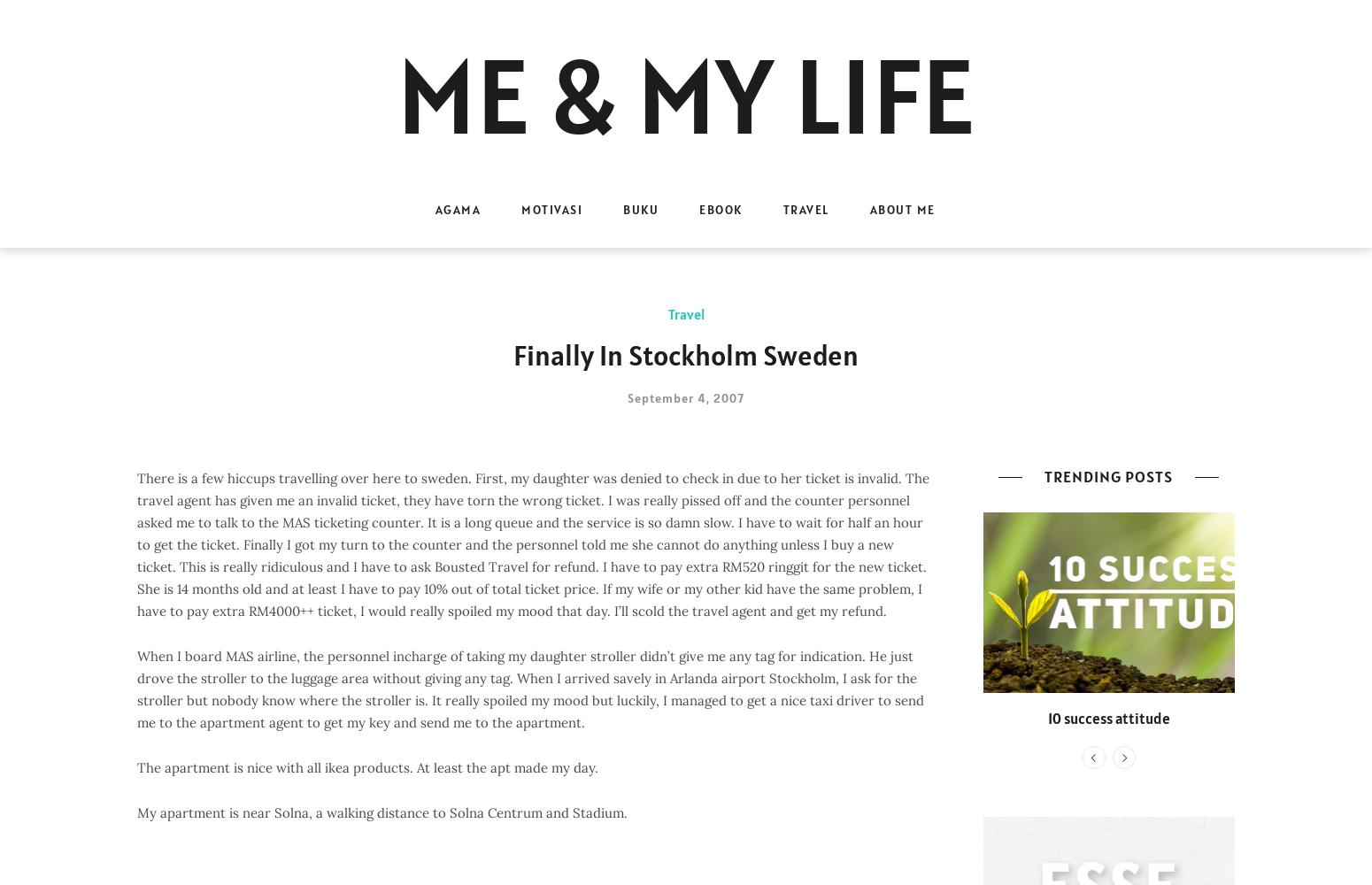 The image size is (1372, 885). I want to click on 'The apartment is nice with all ikea products. At least the apt made my day.', so click(137, 766).